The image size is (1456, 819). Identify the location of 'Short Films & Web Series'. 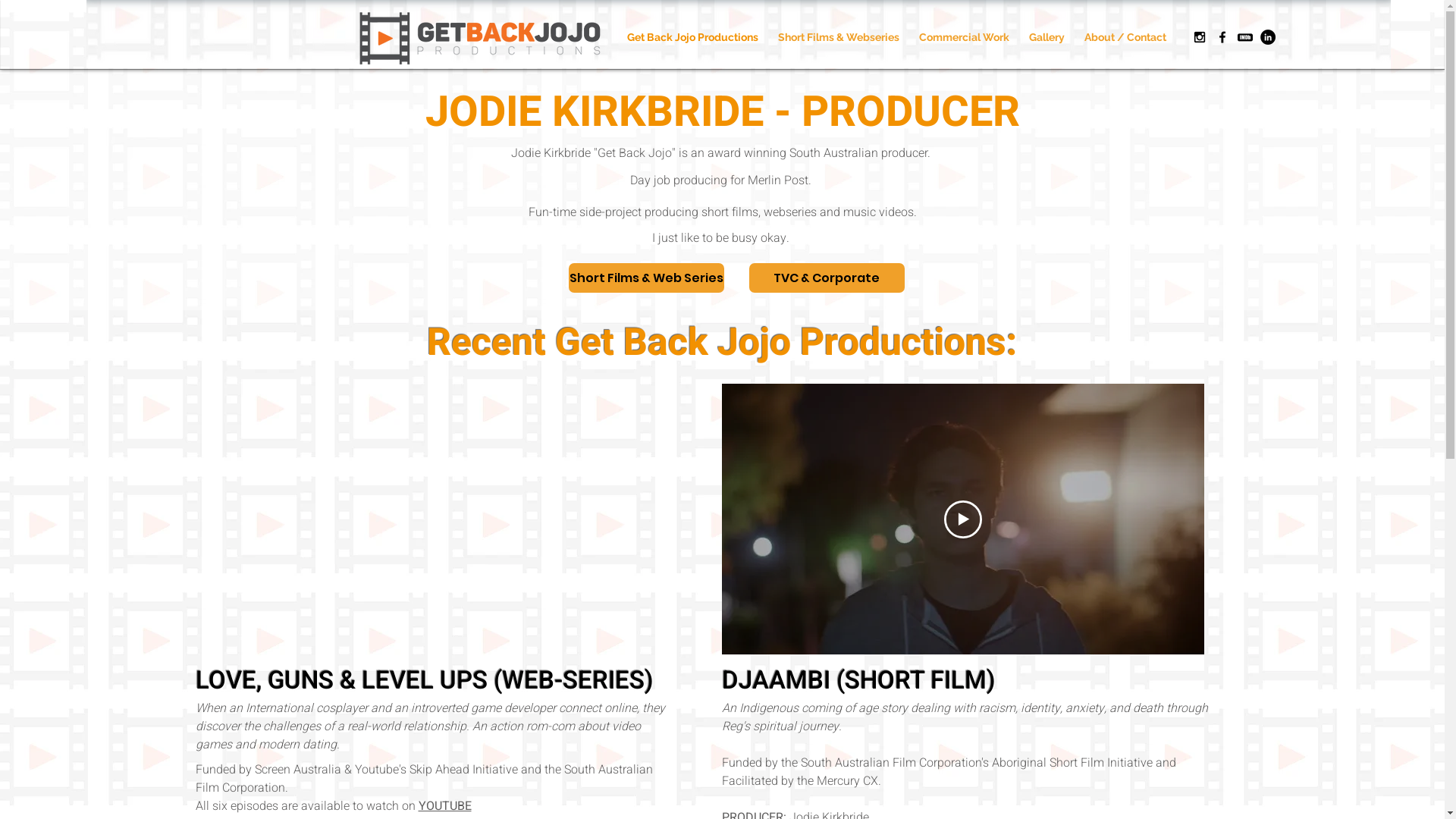
(646, 278).